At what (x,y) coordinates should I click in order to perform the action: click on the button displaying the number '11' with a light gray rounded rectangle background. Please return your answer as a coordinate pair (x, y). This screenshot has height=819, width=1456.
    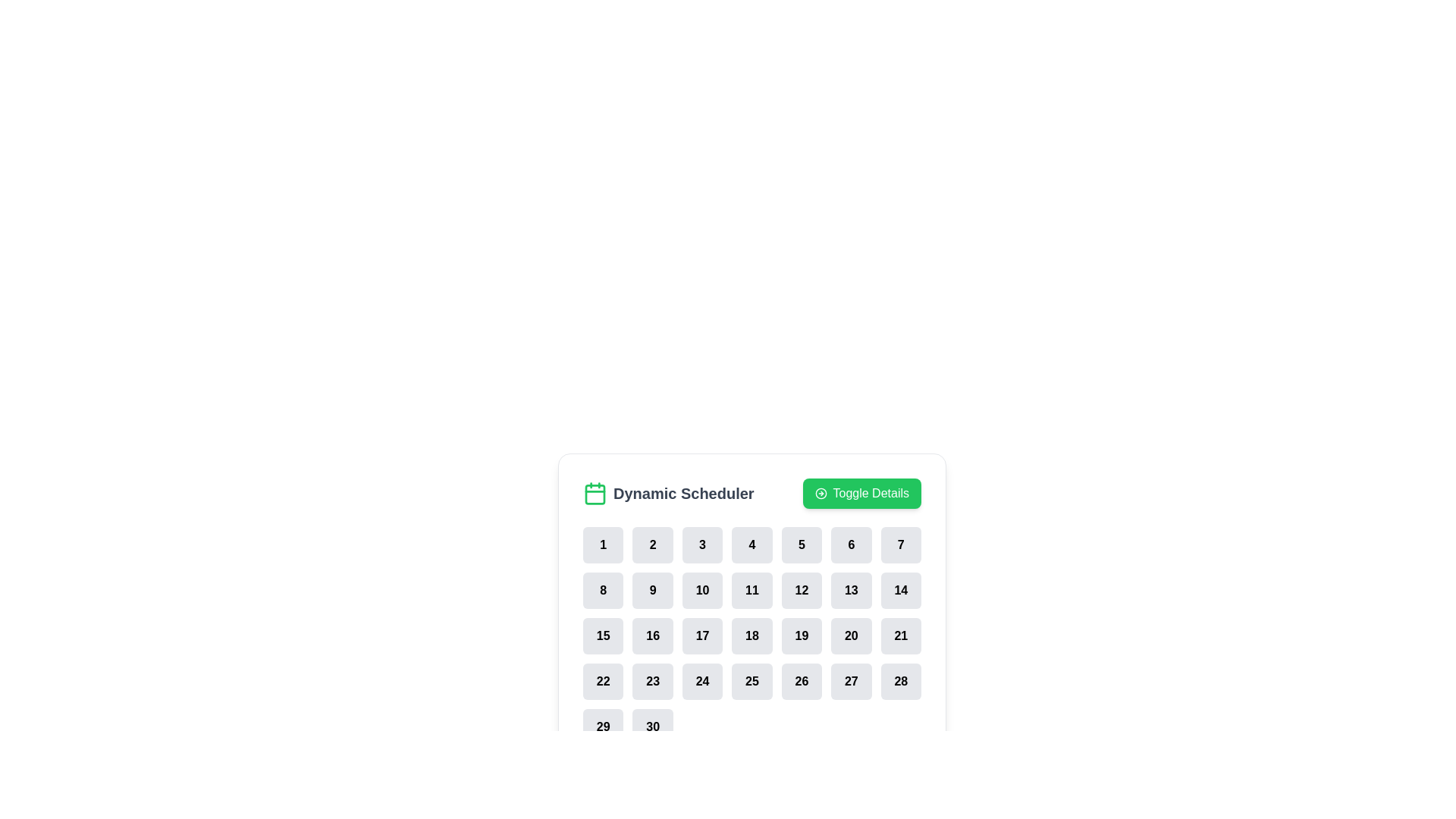
    Looking at the image, I should click on (752, 590).